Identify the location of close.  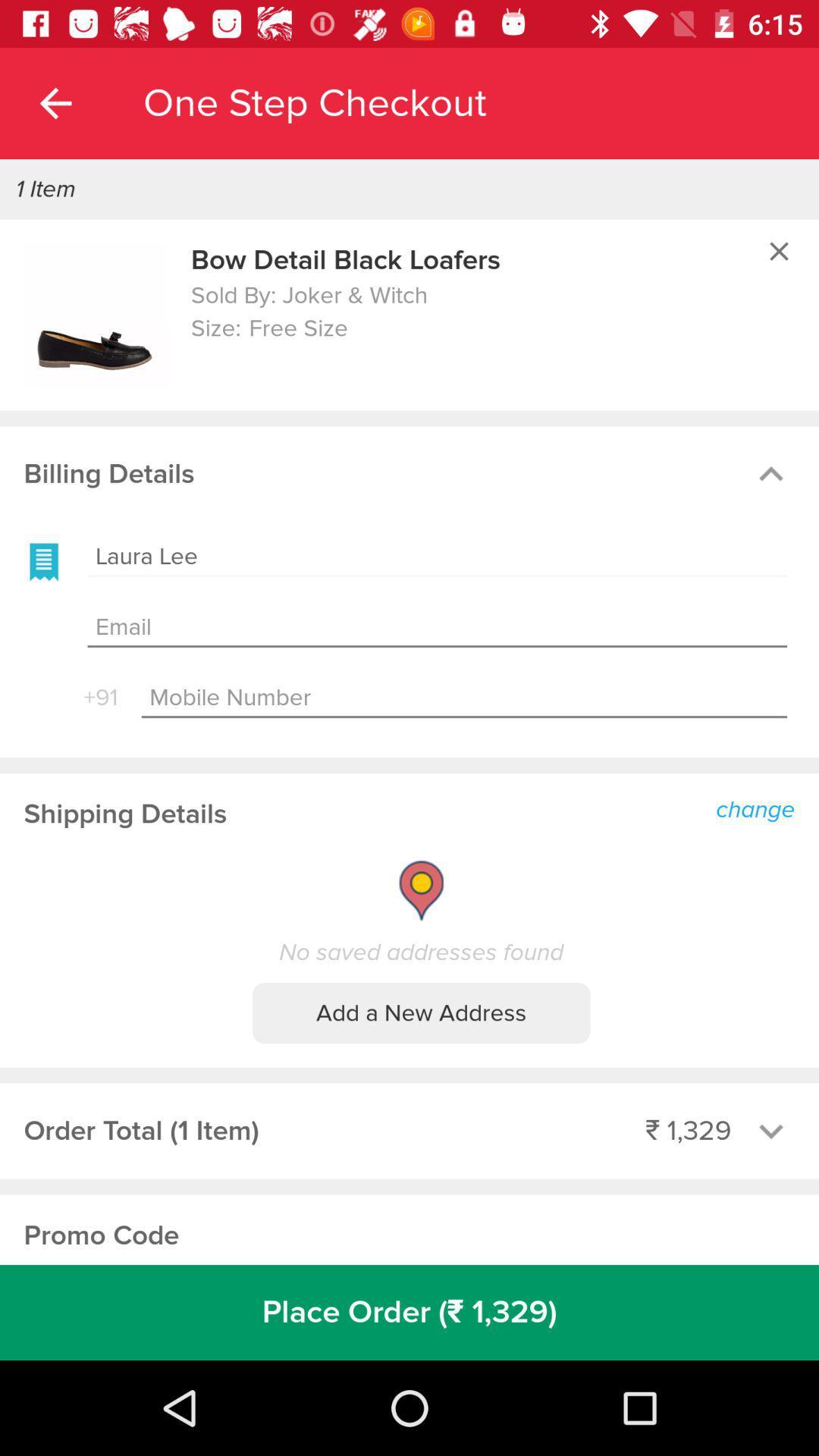
(779, 251).